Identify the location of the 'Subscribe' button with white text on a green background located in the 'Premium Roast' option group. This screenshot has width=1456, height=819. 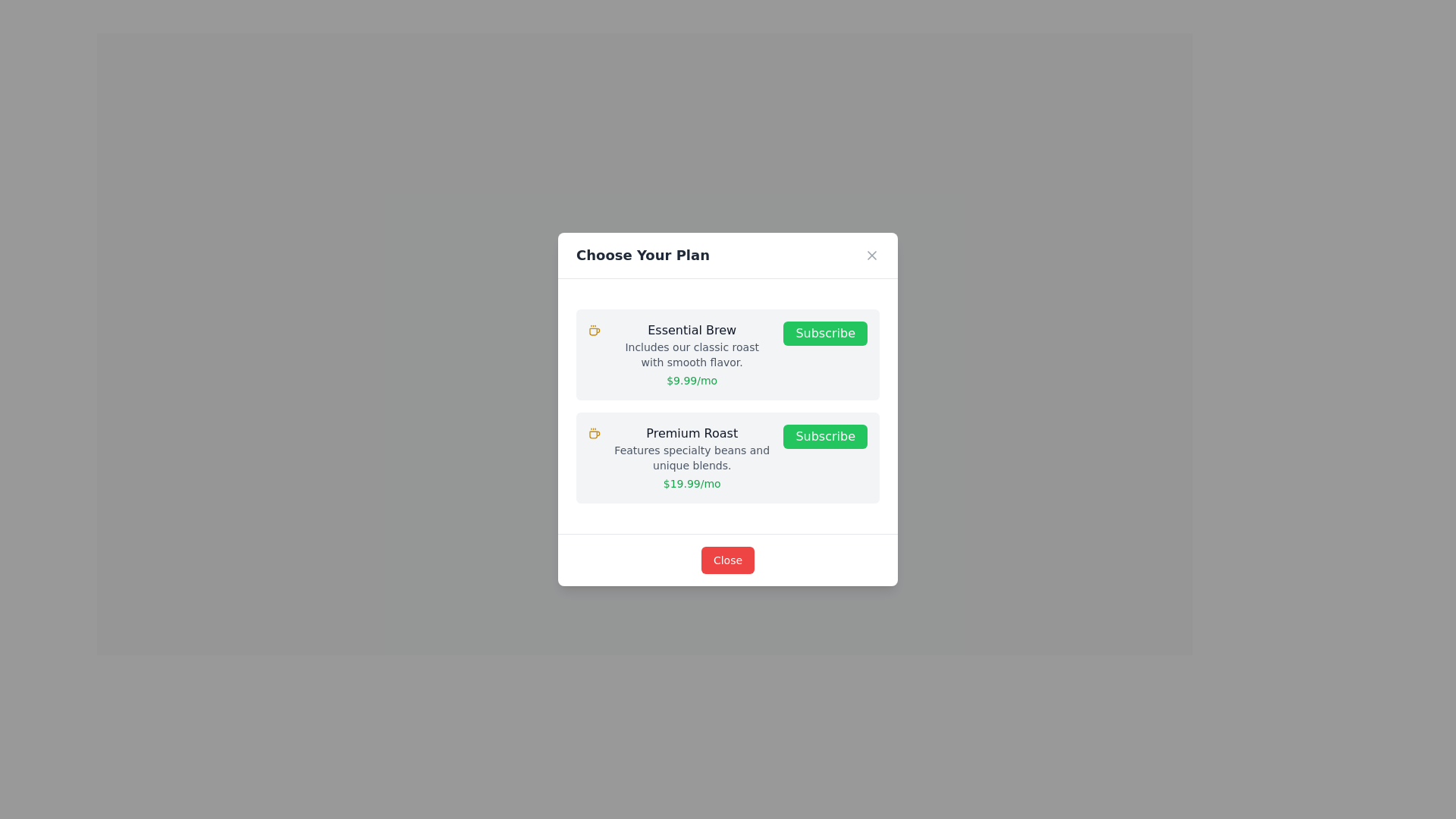
(824, 436).